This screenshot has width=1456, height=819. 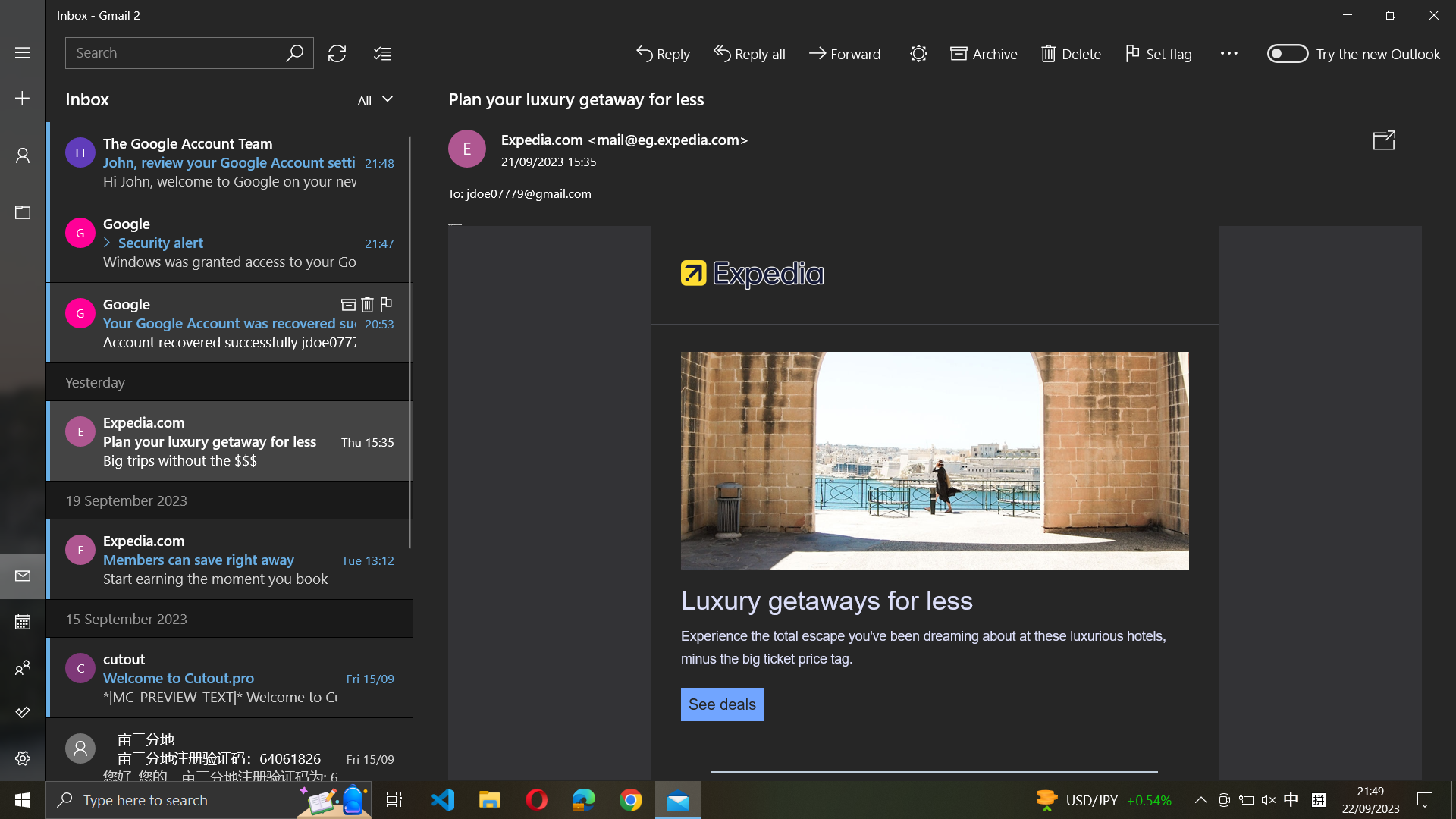 I want to click on View the specifics of the present email, so click(x=721, y=703).